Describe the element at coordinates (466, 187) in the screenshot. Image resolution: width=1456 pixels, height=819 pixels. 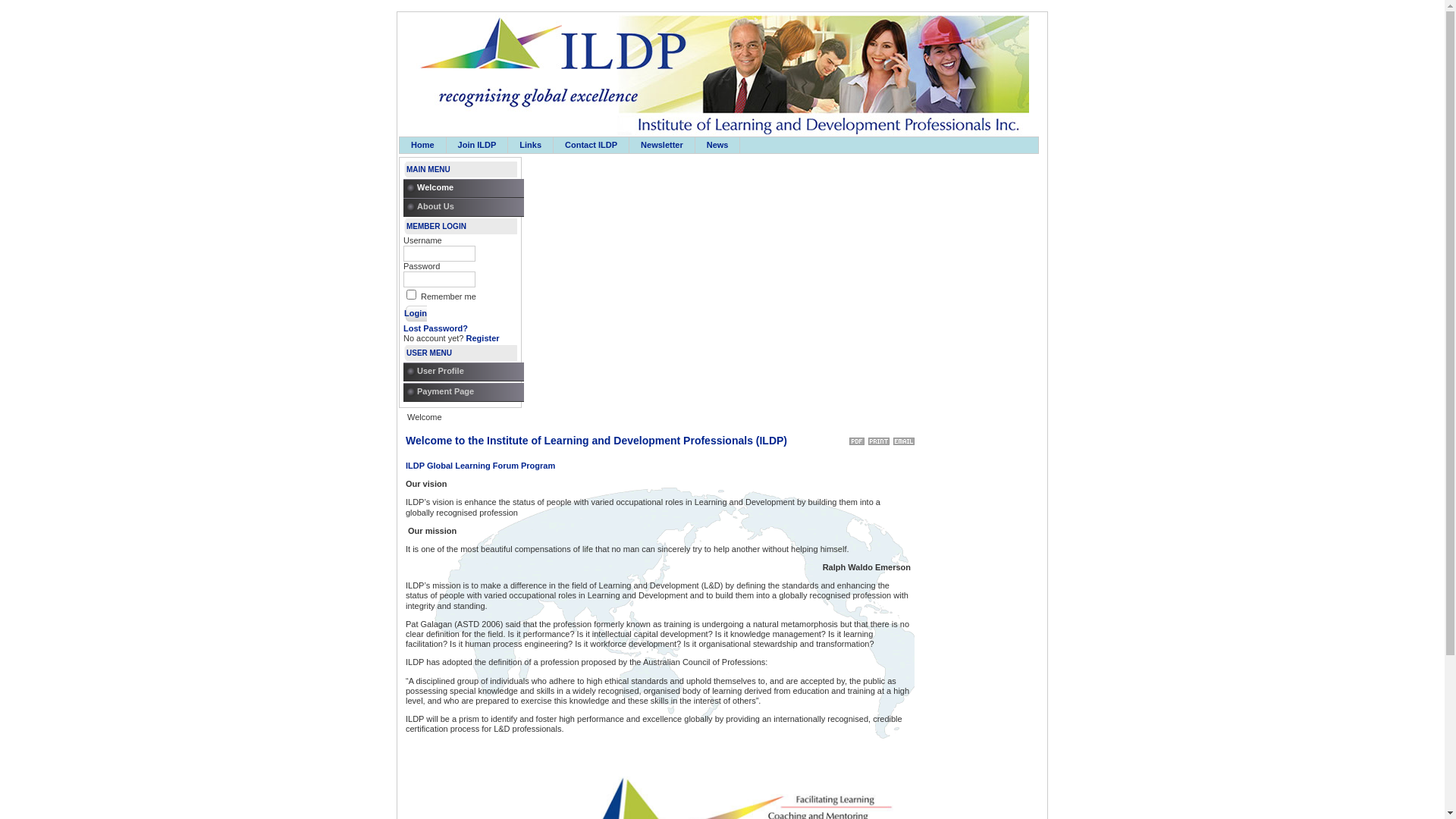
I see `'Welcome'` at that location.